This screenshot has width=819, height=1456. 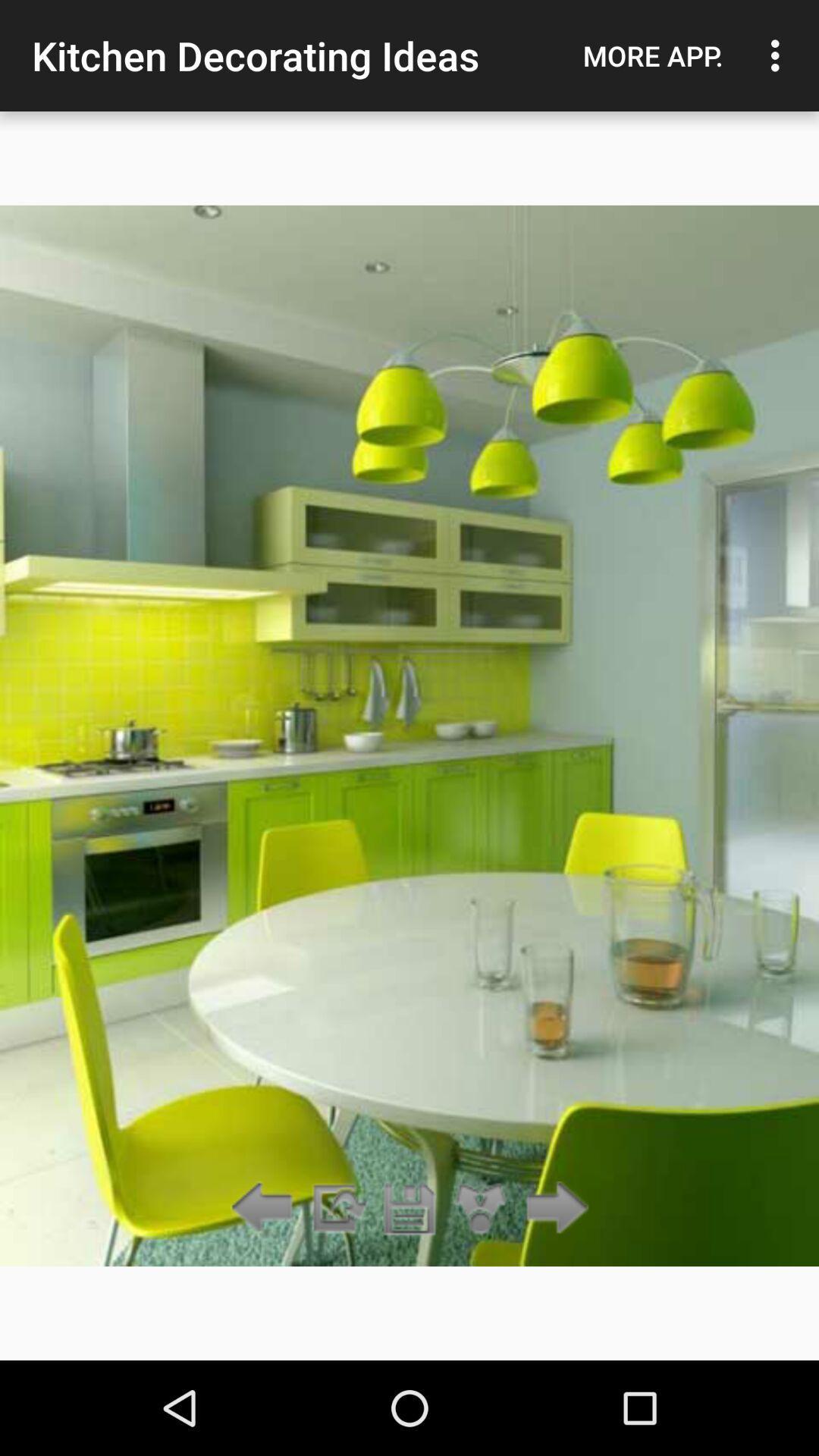 What do you see at coordinates (779, 55) in the screenshot?
I see `the item to the right of more app. item` at bounding box center [779, 55].